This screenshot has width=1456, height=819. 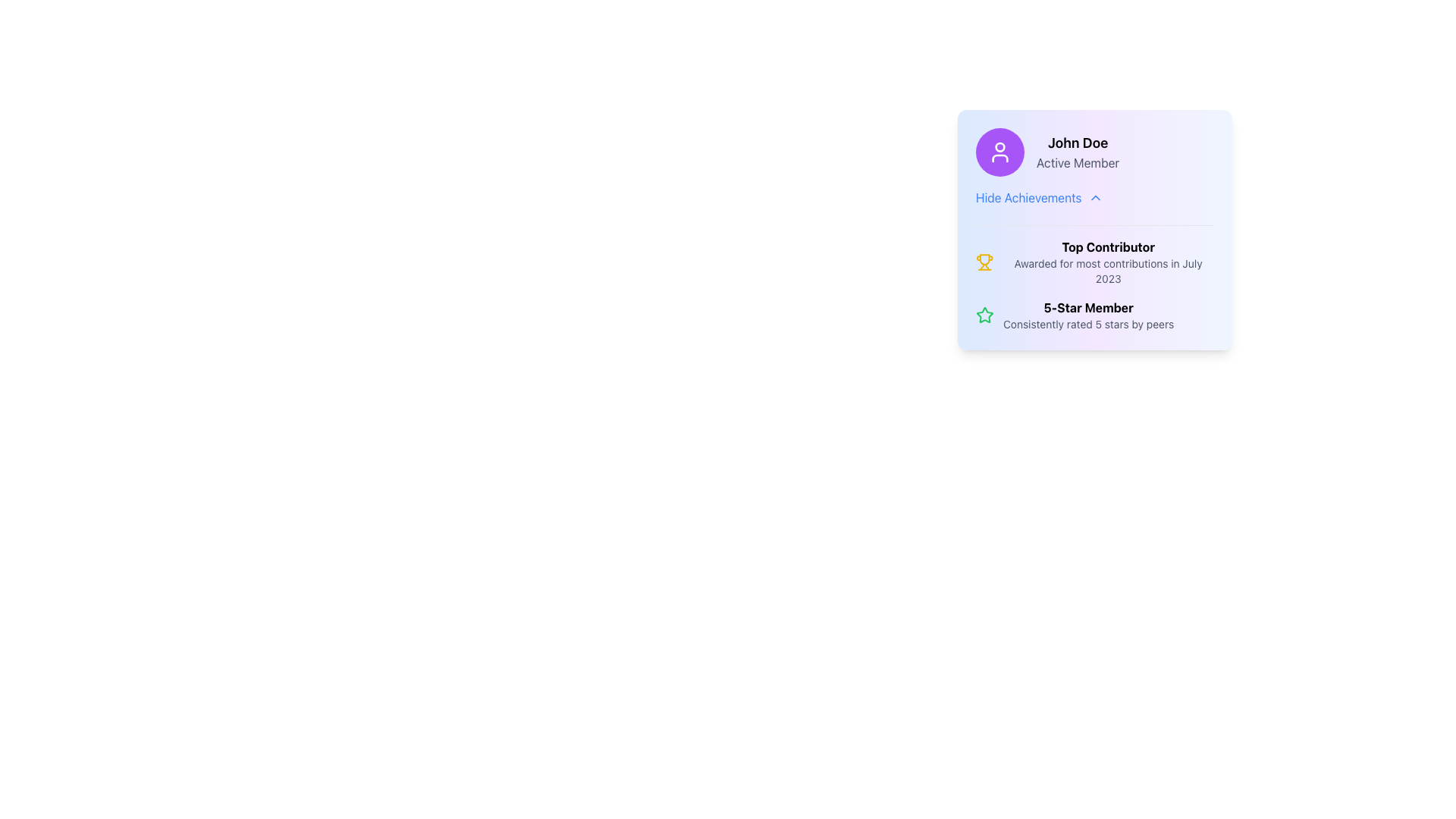 What do you see at coordinates (1095, 315) in the screenshot?
I see `the 5-star member informational badge located in the achievement panel, positioned below the 'Top Contributor' section` at bounding box center [1095, 315].